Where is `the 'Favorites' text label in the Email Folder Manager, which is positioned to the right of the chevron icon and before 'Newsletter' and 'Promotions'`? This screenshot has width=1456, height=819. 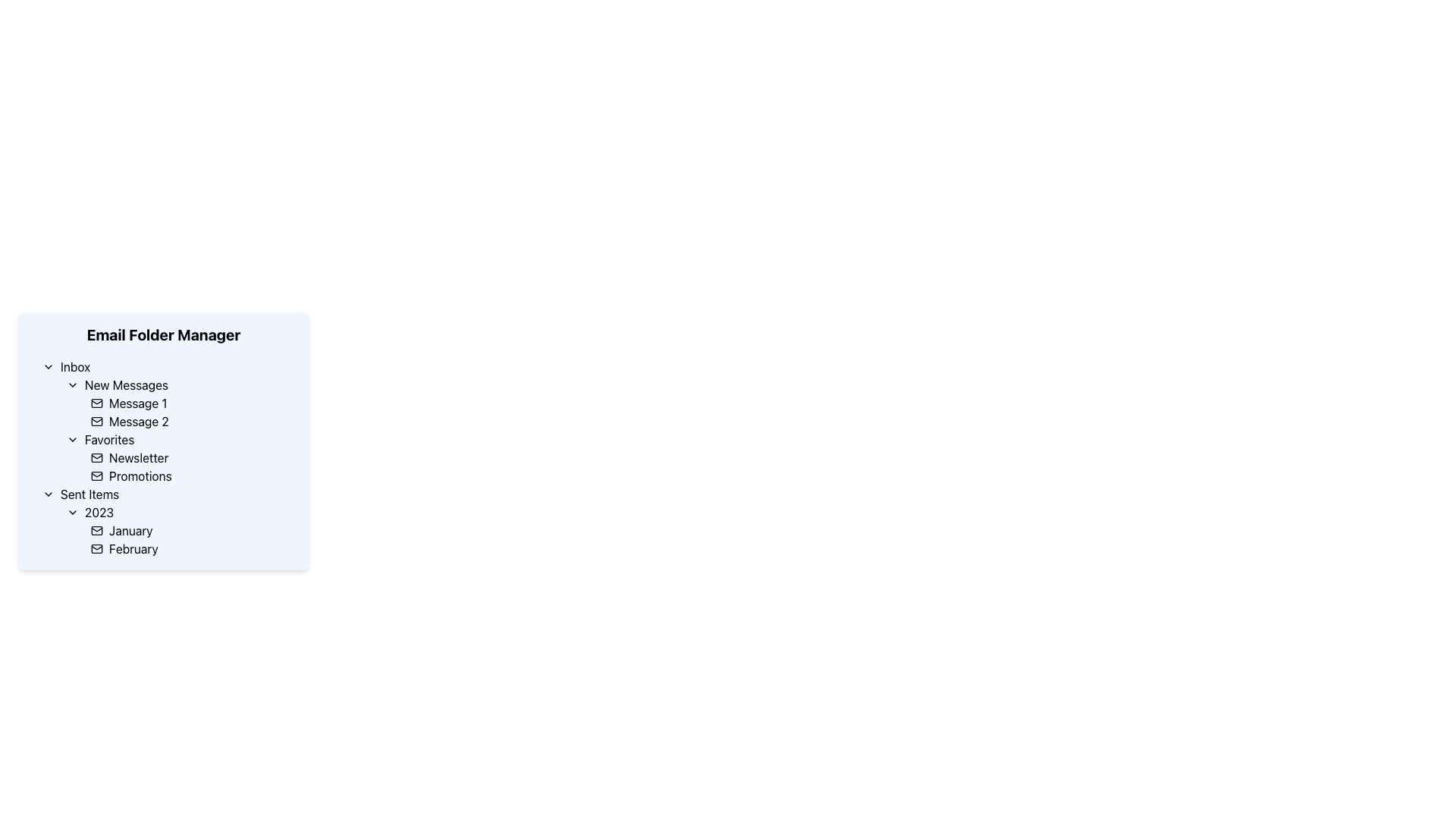 the 'Favorites' text label in the Email Folder Manager, which is positioned to the right of the chevron icon and before 'Newsletter' and 'Promotions' is located at coordinates (108, 439).